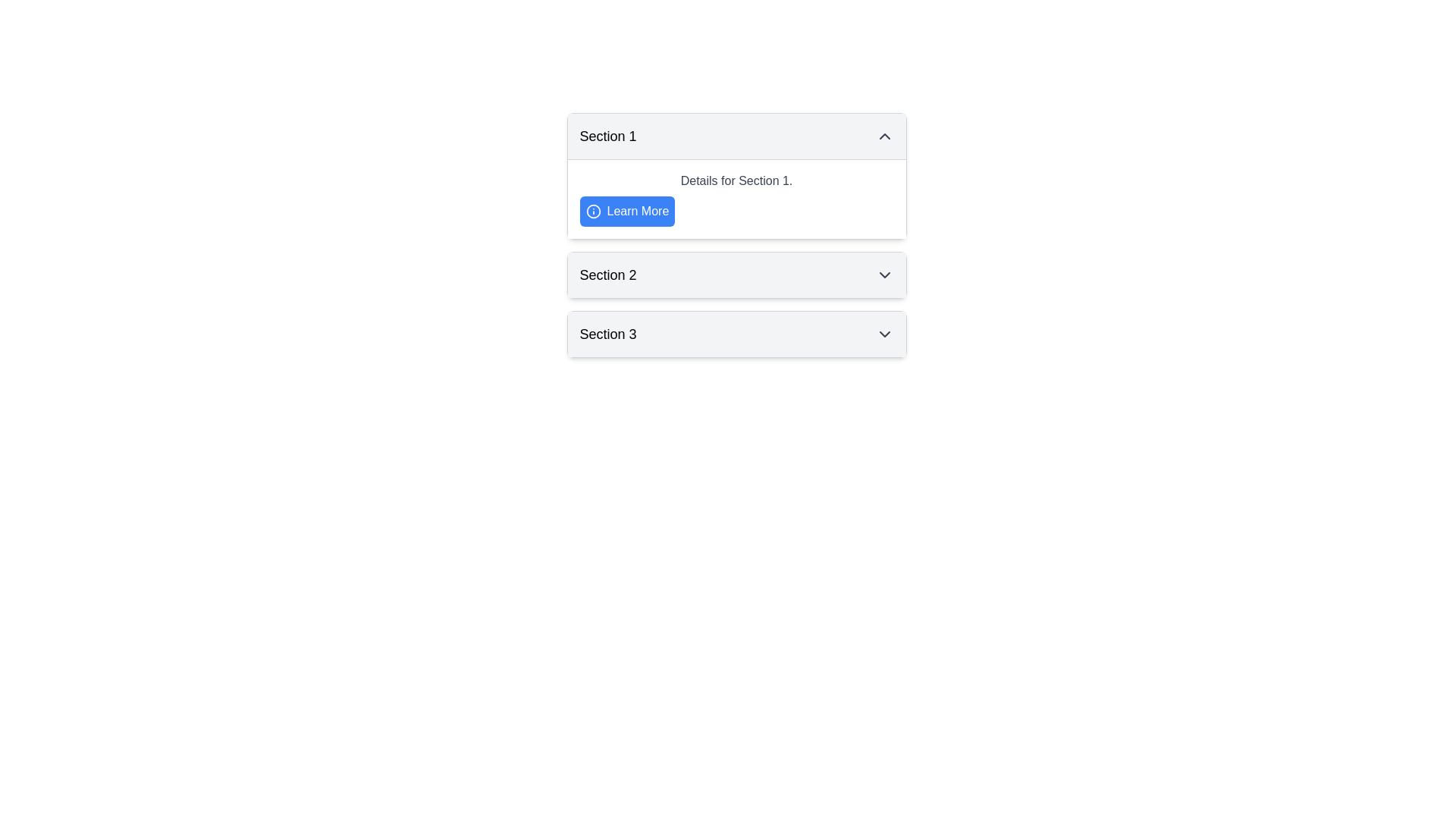 This screenshot has width=1456, height=819. Describe the element at coordinates (627, 211) in the screenshot. I see `the 'Learn More' button, which is a rectangular button with a blue background, white bold text, and an information icon, located near the bottom center of the 'Section 1' panel` at that location.